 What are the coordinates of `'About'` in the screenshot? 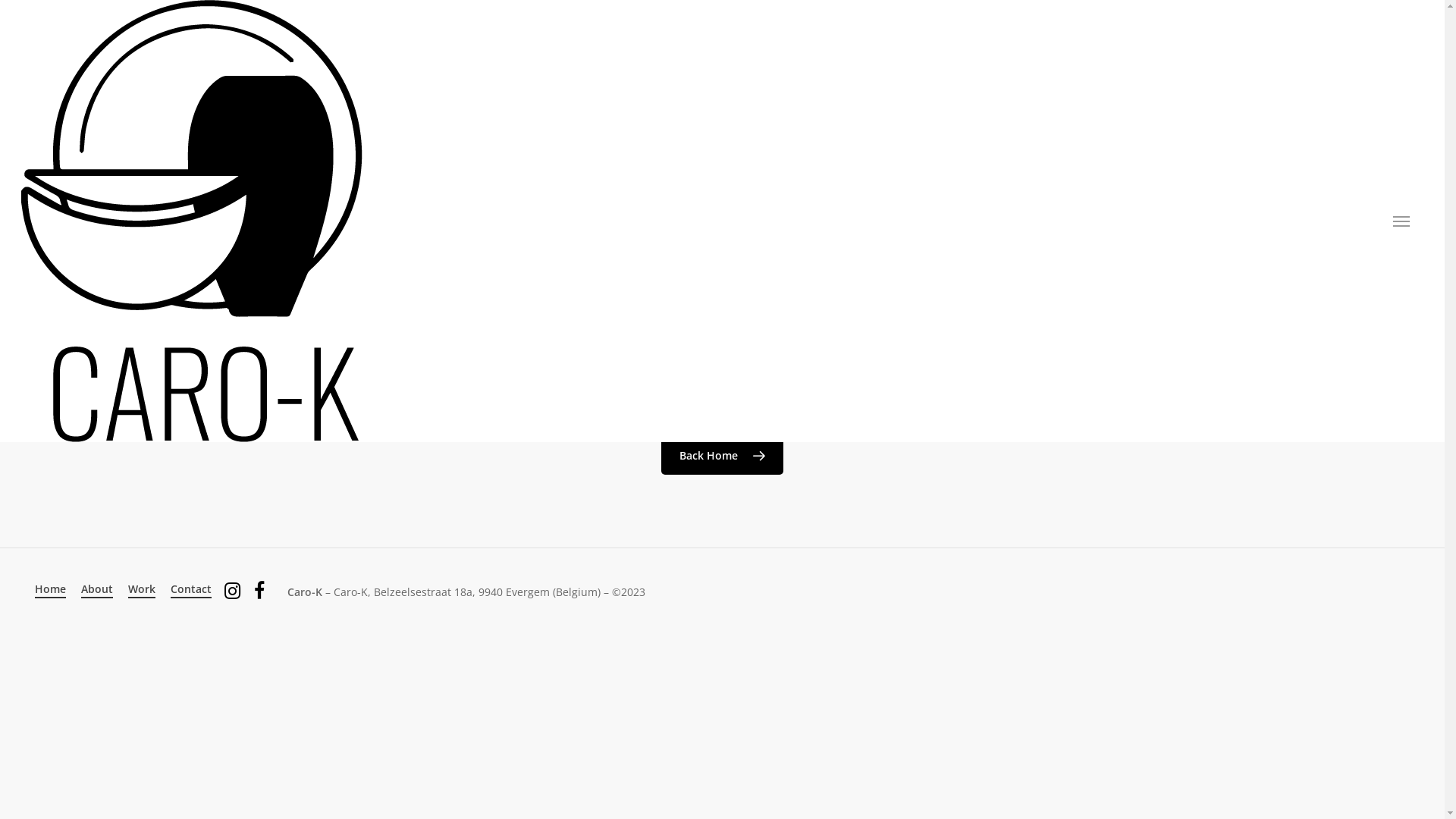 It's located at (96, 588).